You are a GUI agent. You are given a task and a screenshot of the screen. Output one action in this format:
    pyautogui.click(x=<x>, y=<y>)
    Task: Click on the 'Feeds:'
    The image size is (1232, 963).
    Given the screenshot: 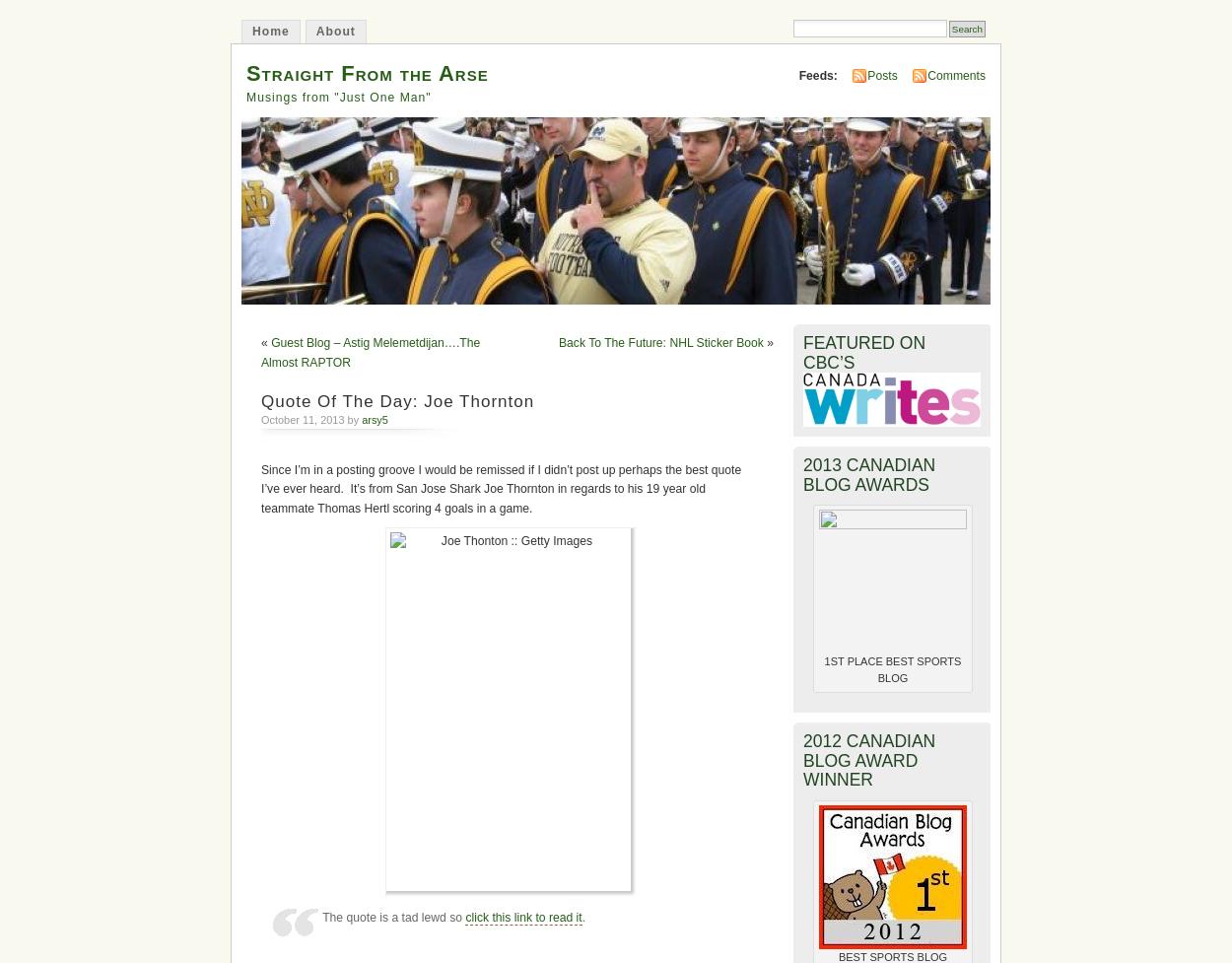 What is the action you would take?
    pyautogui.click(x=816, y=75)
    